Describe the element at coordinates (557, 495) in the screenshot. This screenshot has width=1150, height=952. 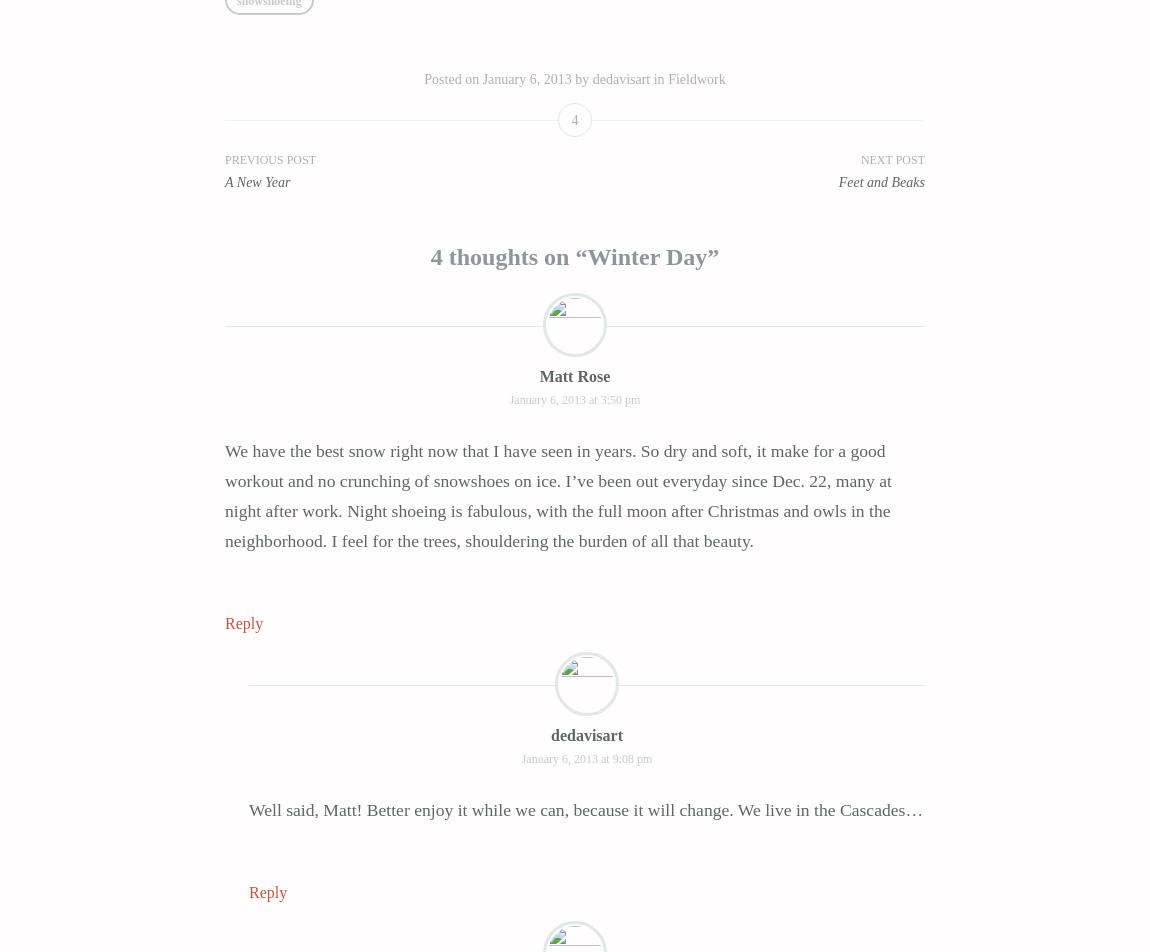
I see `'We have the best snow right now that I have seen in years. So dry and soft, it make for a good workout and no crunching of snowshoes on ice. I’ve been out everyday since Dec. 22, many at night after work. Night shoeing is fabulous, with the full moon after Christmas and owls in the neighborhood. I feel for the trees, shouldering the burden of all that beauty.'` at that location.